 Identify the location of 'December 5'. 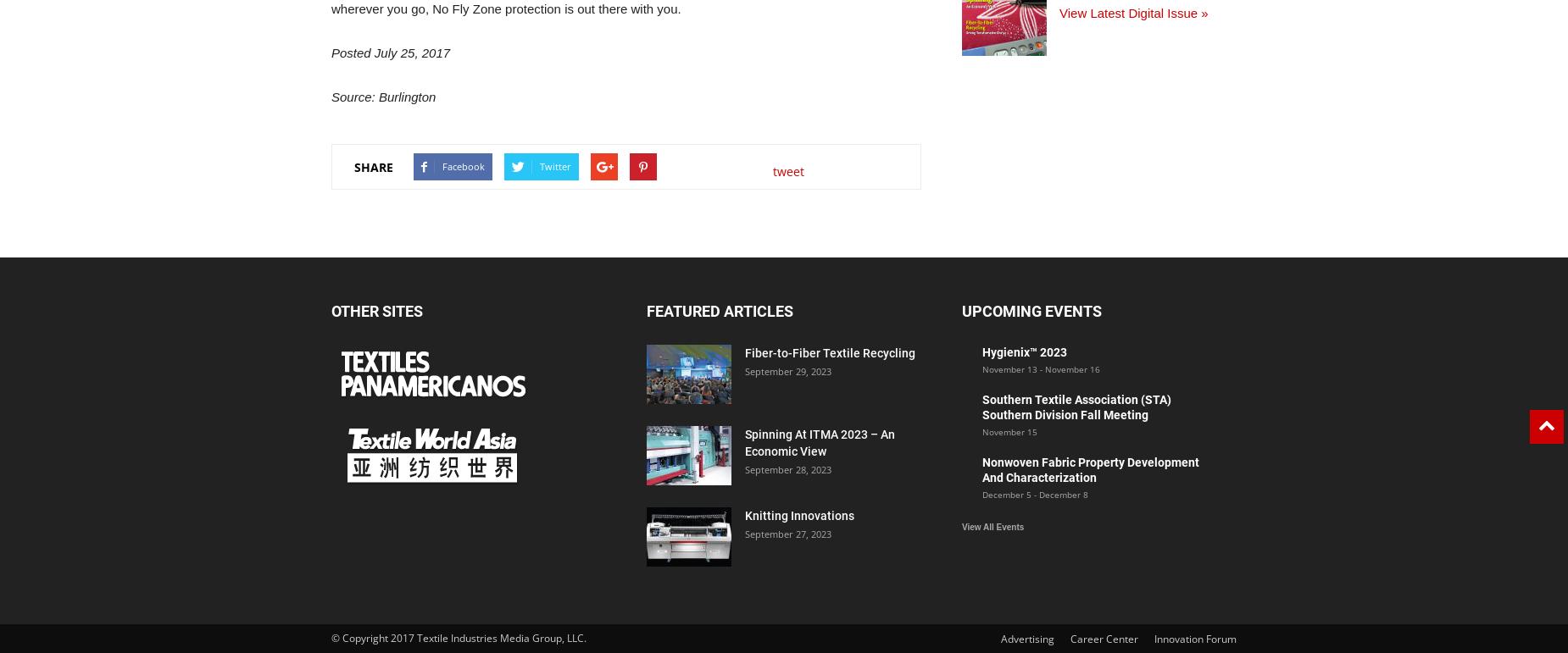
(1006, 494).